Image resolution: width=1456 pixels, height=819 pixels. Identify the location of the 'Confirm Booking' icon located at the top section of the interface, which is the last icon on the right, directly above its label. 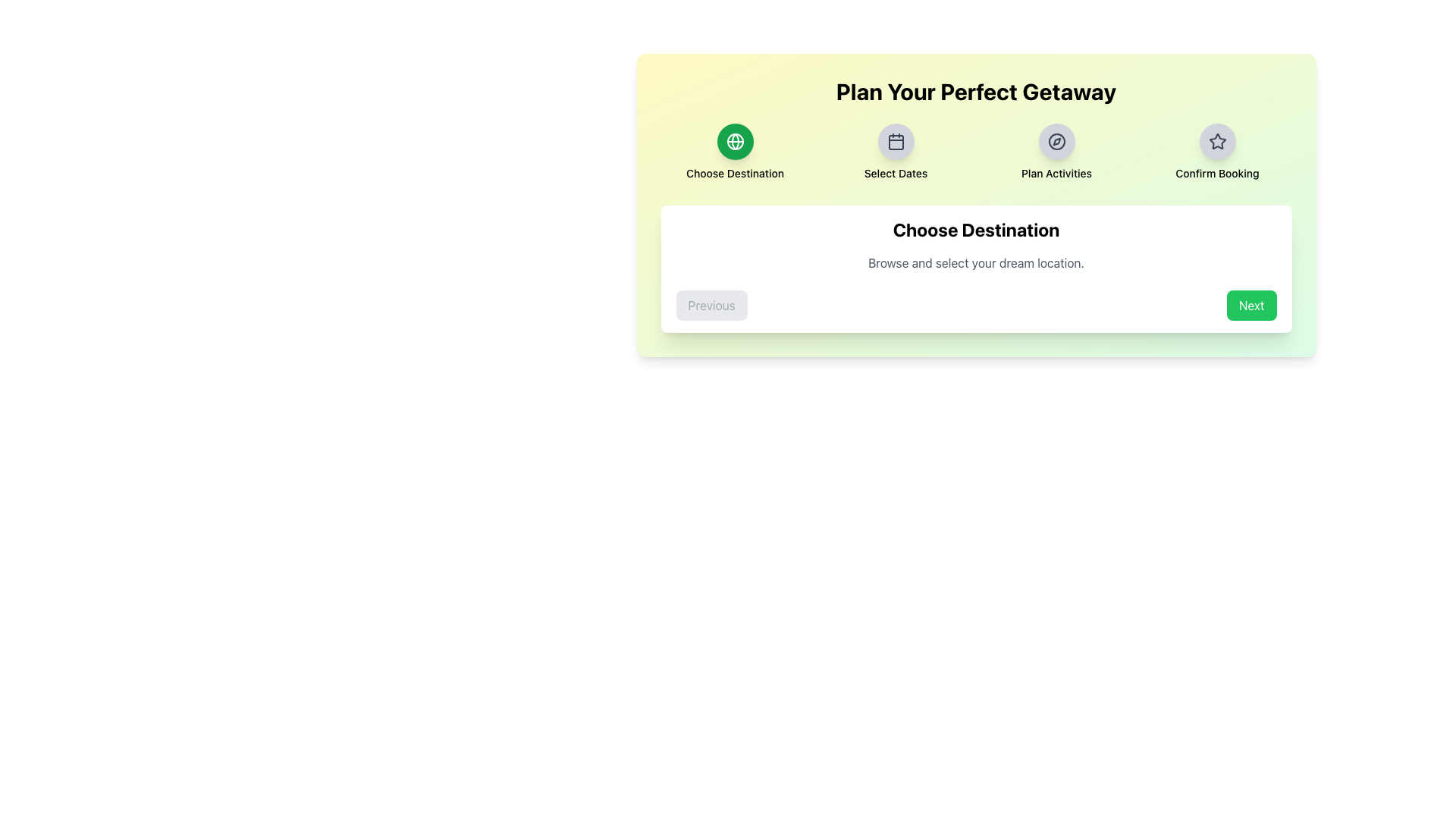
(1217, 141).